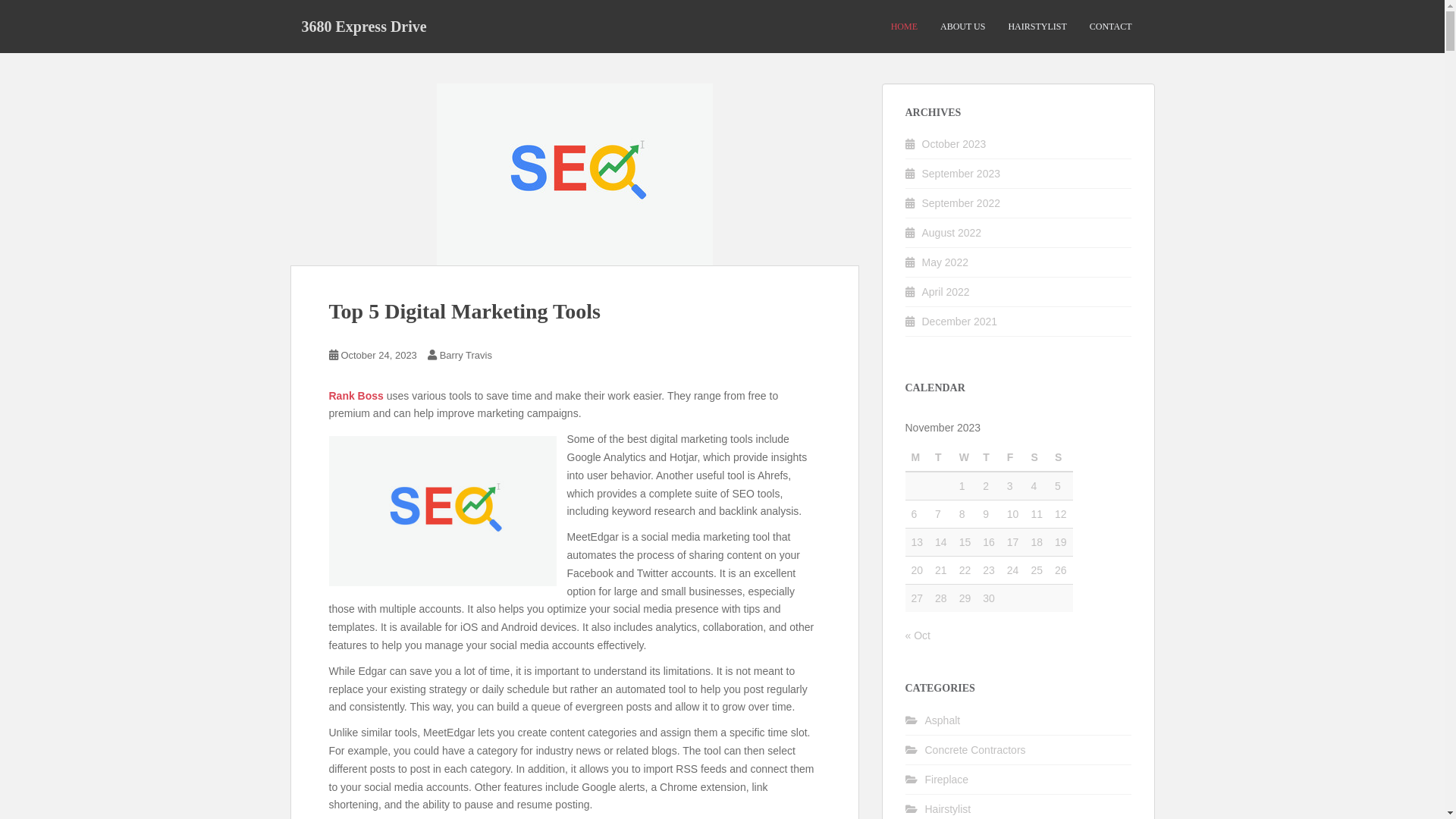 The height and width of the screenshot is (819, 1456). Describe the element at coordinates (942, 719) in the screenshot. I see `'Asphalt'` at that location.